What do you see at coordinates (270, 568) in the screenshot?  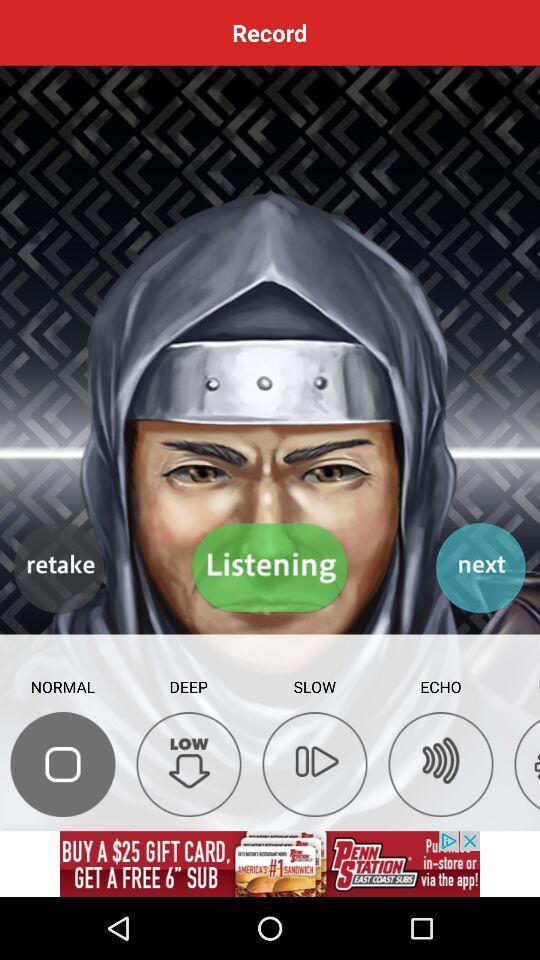 I see `the listening` at bounding box center [270, 568].